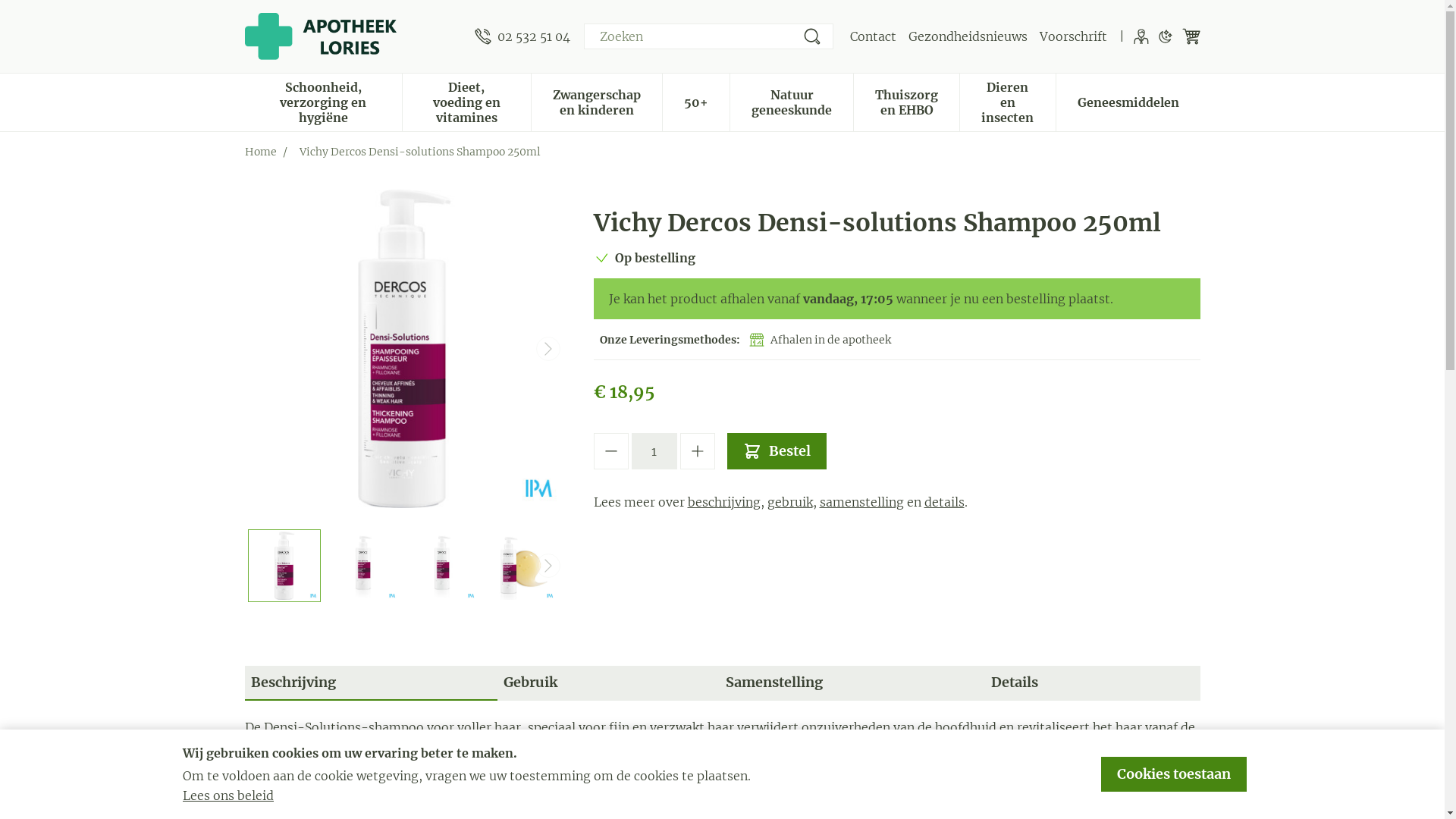  What do you see at coordinates (726, 450) in the screenshot?
I see `'Bestel'` at bounding box center [726, 450].